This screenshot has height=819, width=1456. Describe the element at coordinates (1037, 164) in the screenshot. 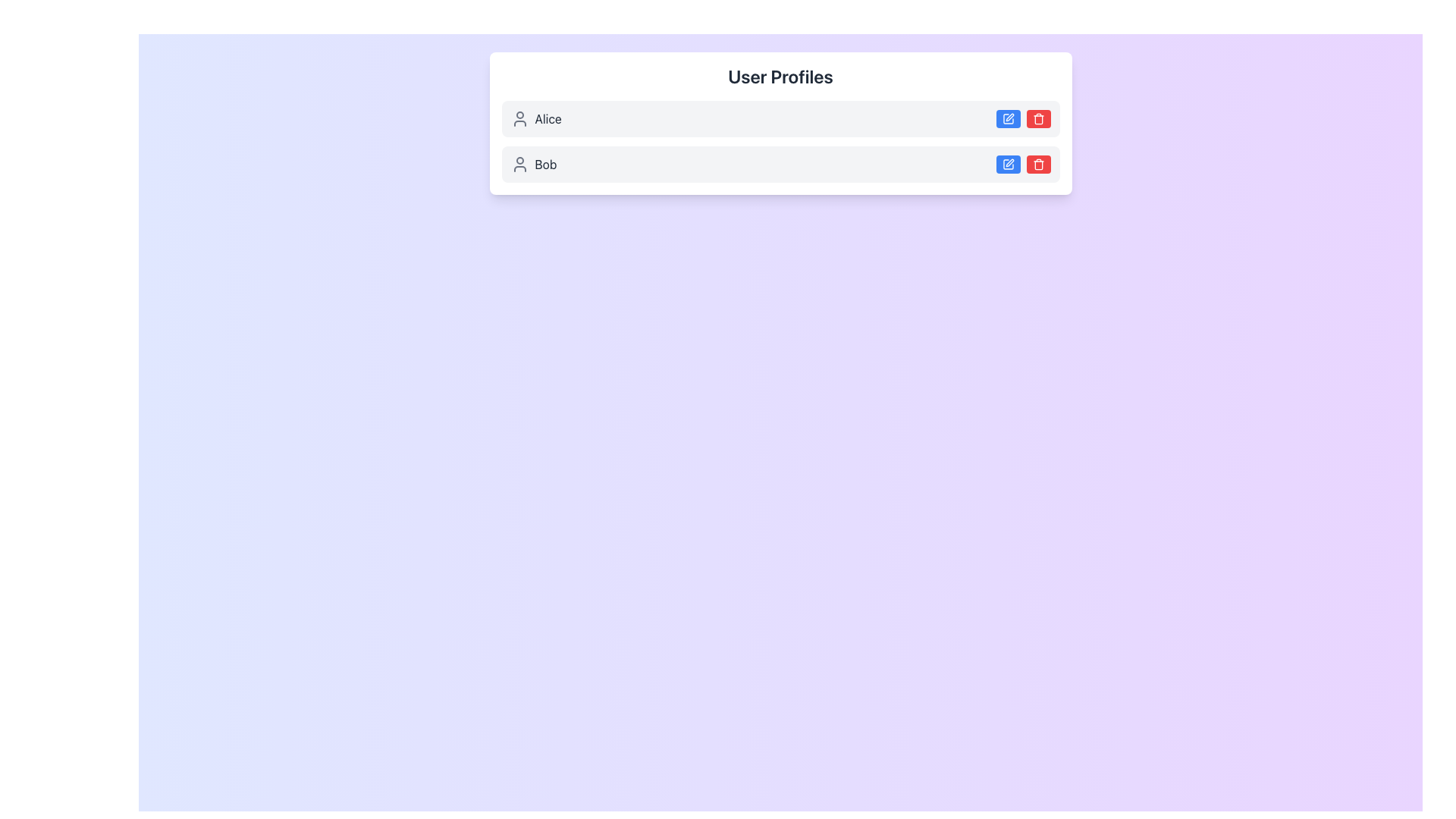

I see `the red trash bin icon` at that location.